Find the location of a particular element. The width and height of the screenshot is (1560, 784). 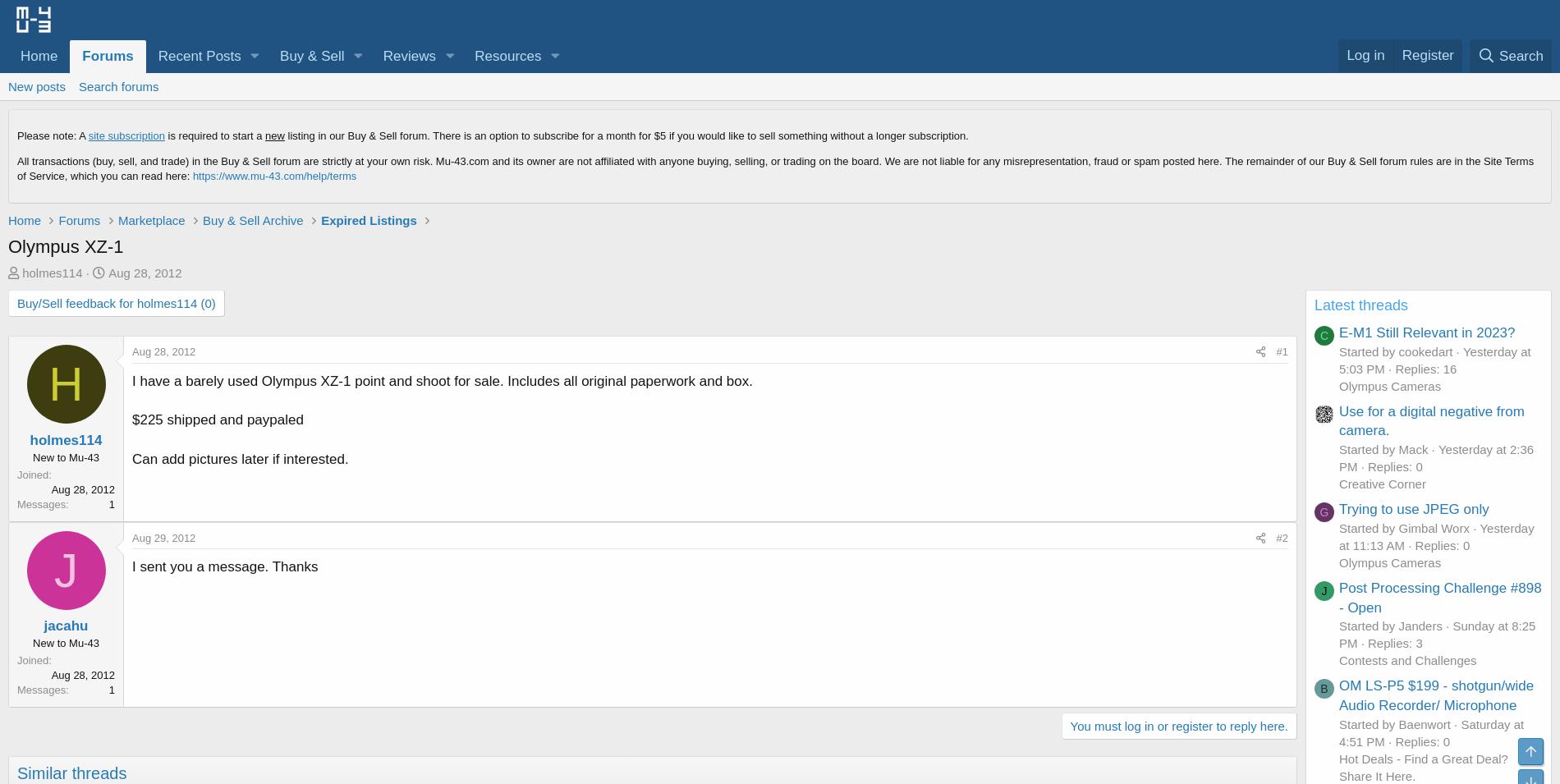

'E-M1 Still Relevant in 2023?' is located at coordinates (1425, 331).